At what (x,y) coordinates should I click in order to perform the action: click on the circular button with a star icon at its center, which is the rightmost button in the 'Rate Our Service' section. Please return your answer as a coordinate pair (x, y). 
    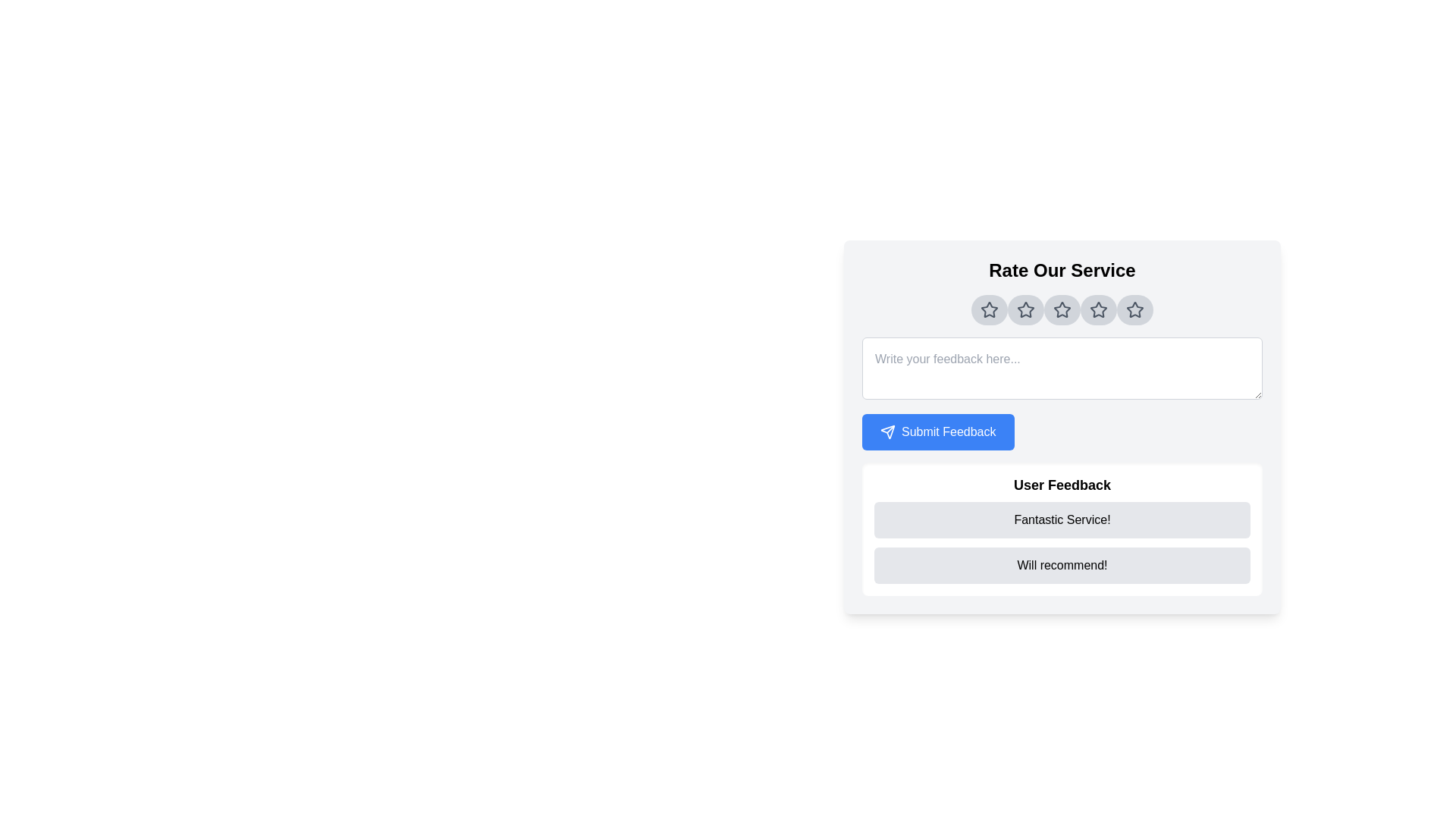
    Looking at the image, I should click on (1135, 309).